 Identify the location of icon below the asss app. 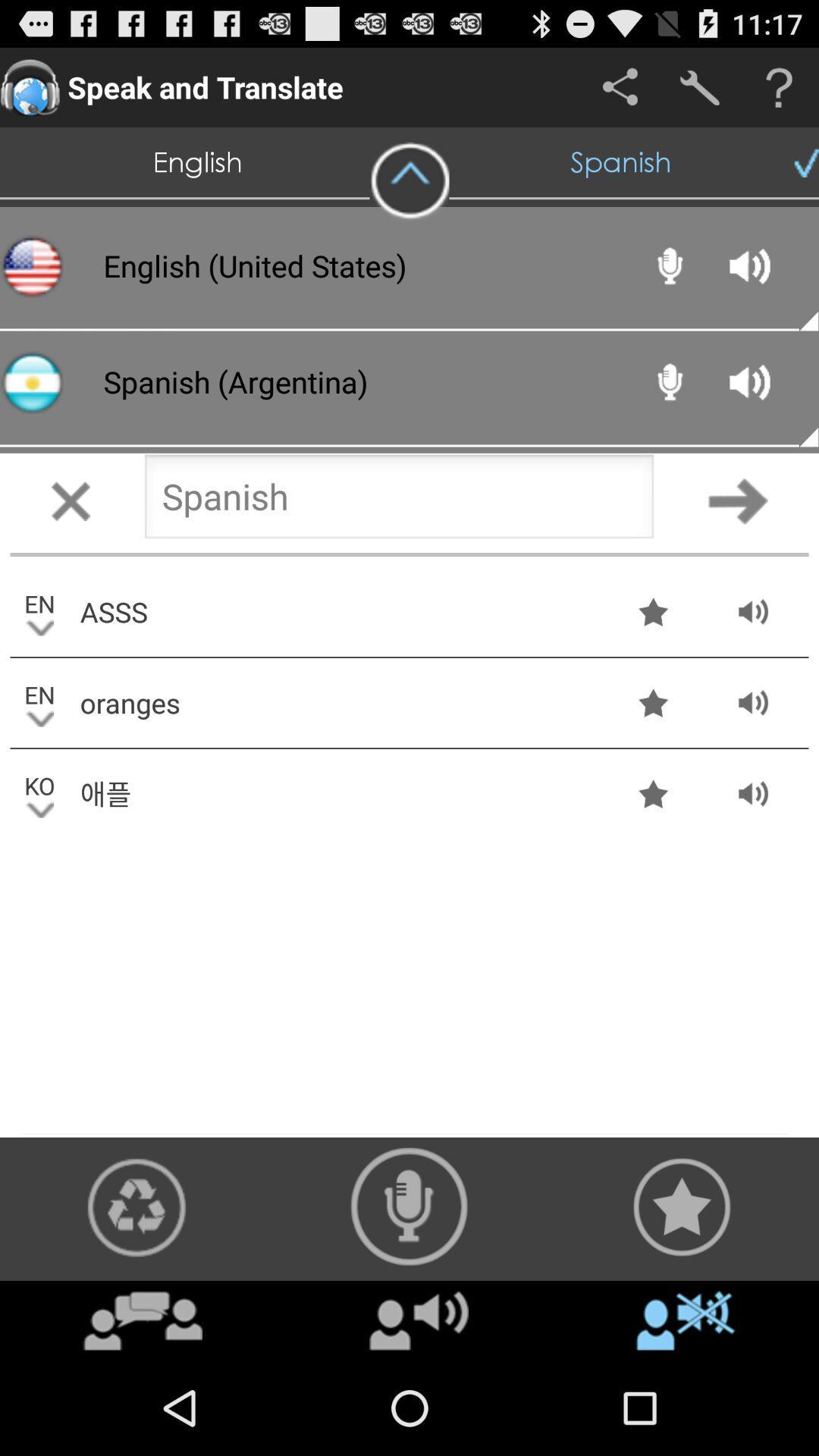
(338, 701).